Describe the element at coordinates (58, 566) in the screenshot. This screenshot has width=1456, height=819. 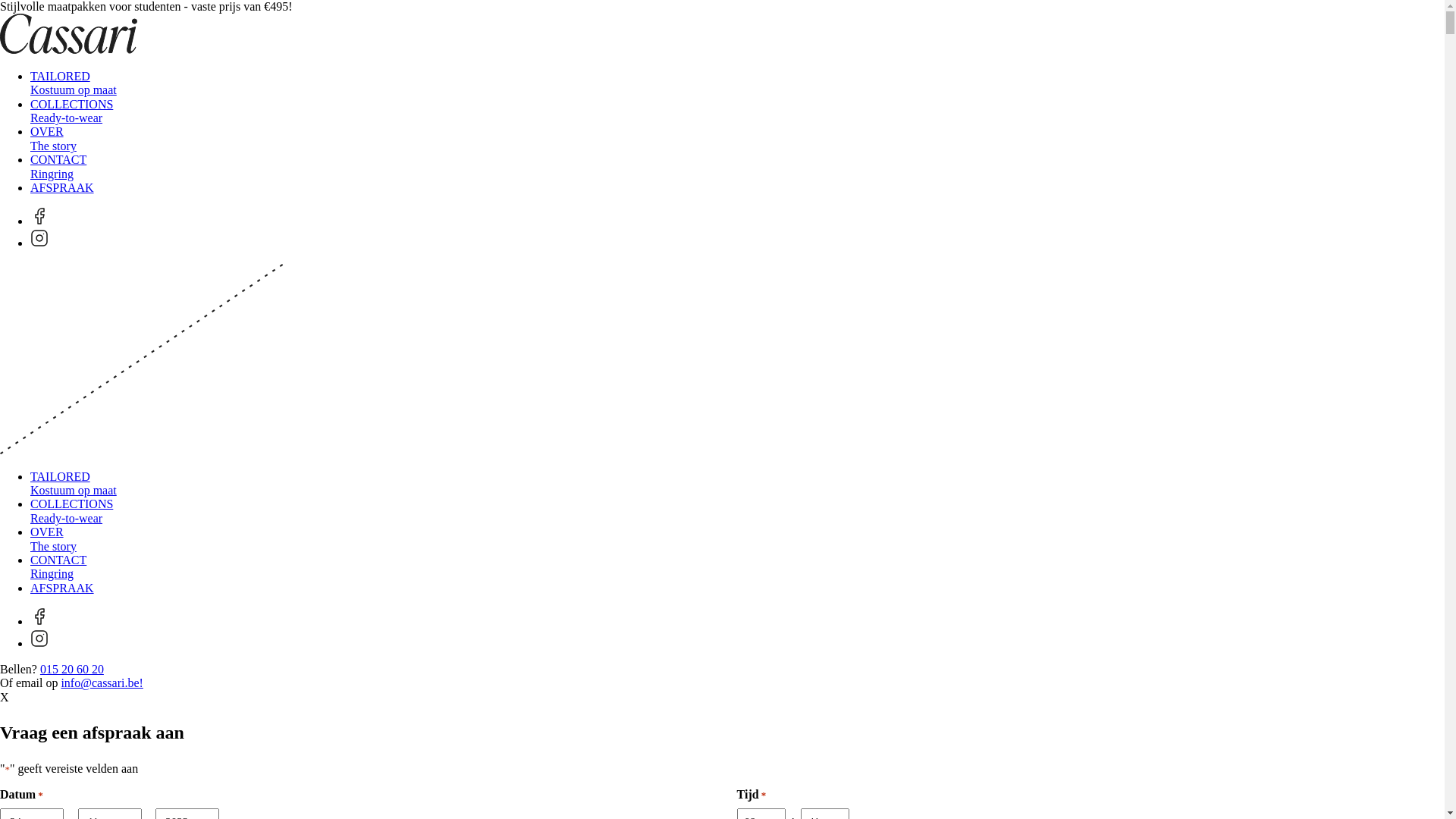
I see `'CONTACT` at that location.